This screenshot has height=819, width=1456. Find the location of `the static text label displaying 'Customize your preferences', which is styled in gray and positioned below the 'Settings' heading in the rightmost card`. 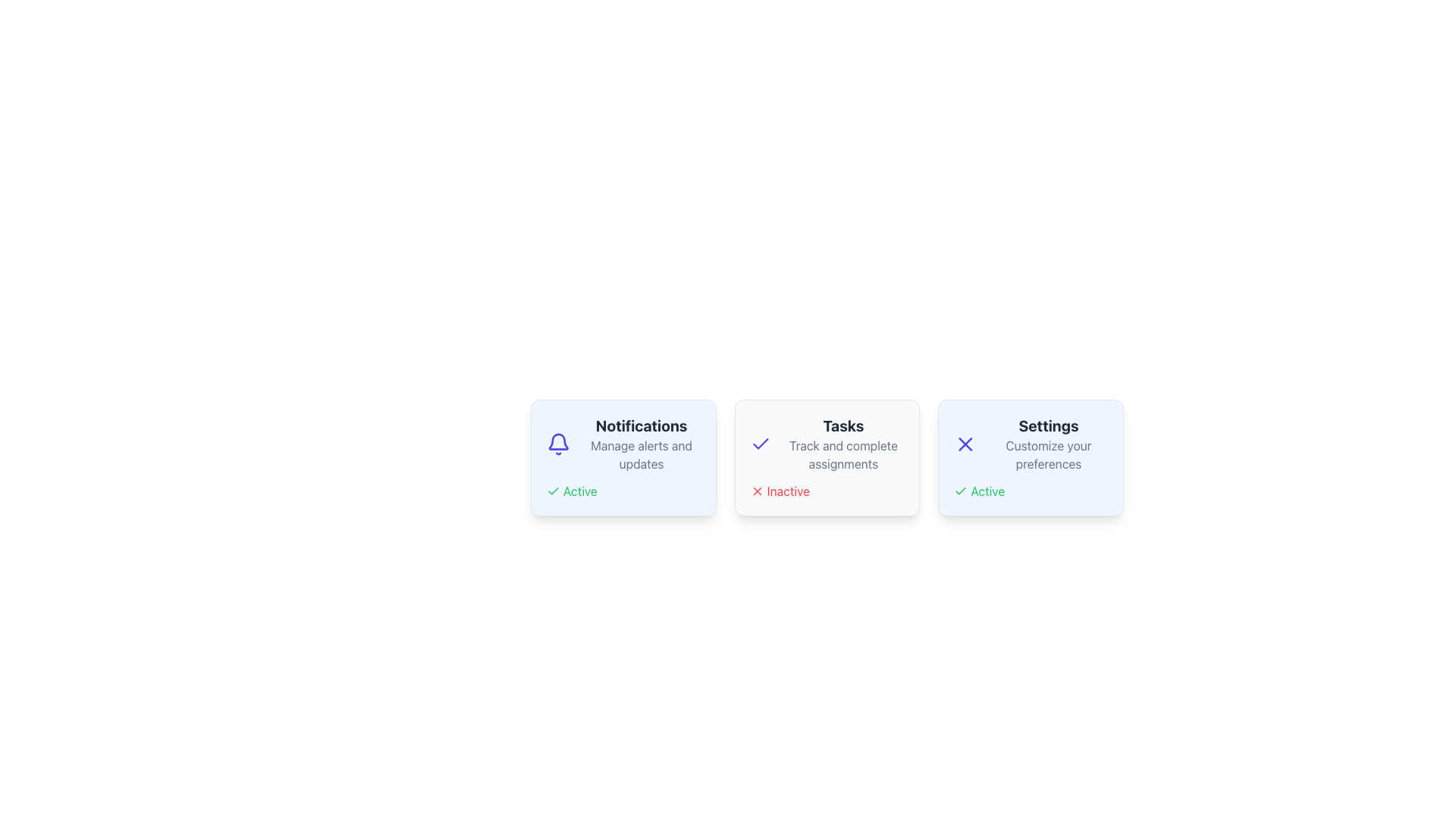

the static text label displaying 'Customize your preferences', which is styled in gray and positioned below the 'Settings' heading in the rightmost card is located at coordinates (1047, 454).